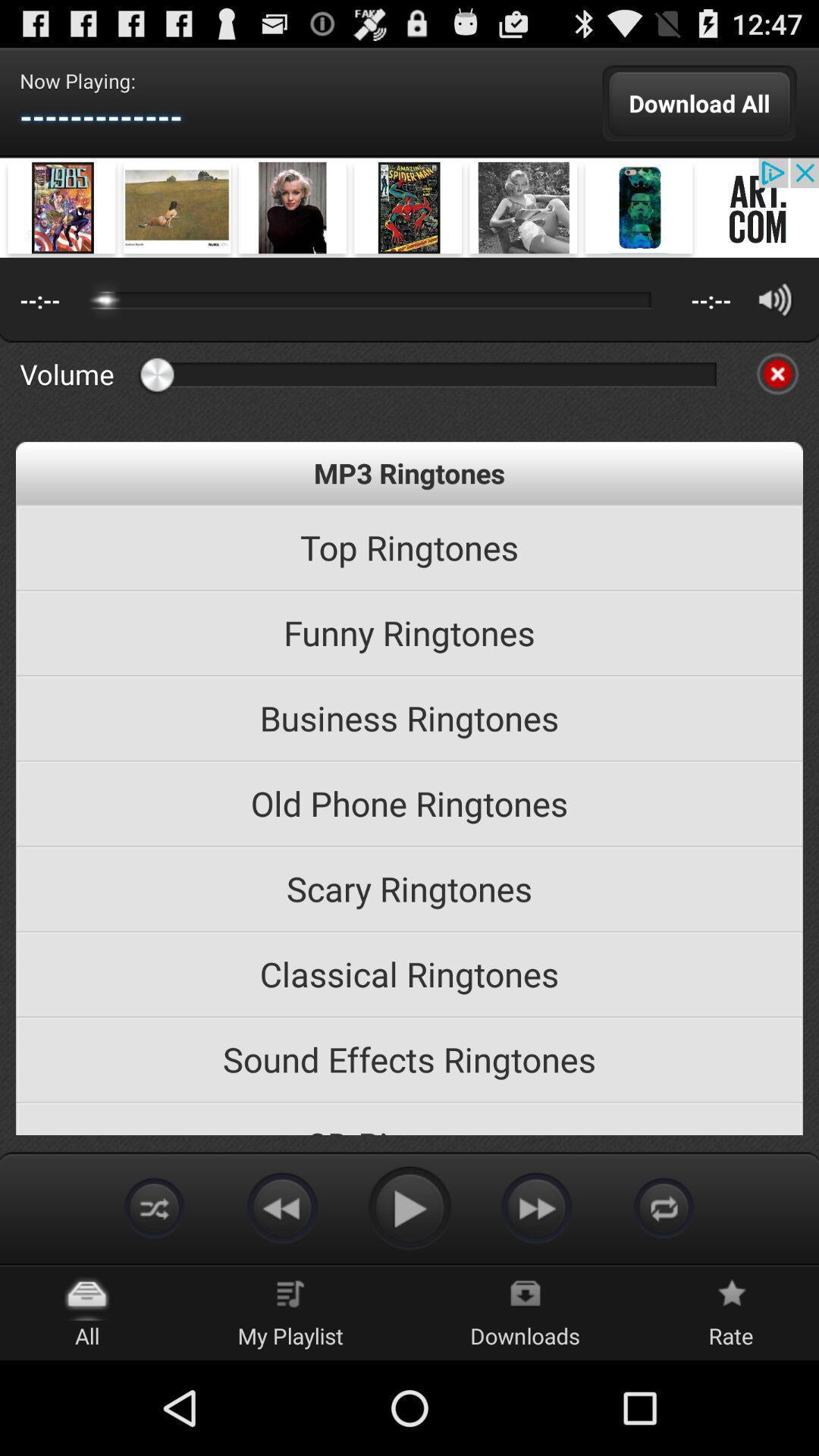  Describe the element at coordinates (775, 300) in the screenshot. I see `volume control` at that location.